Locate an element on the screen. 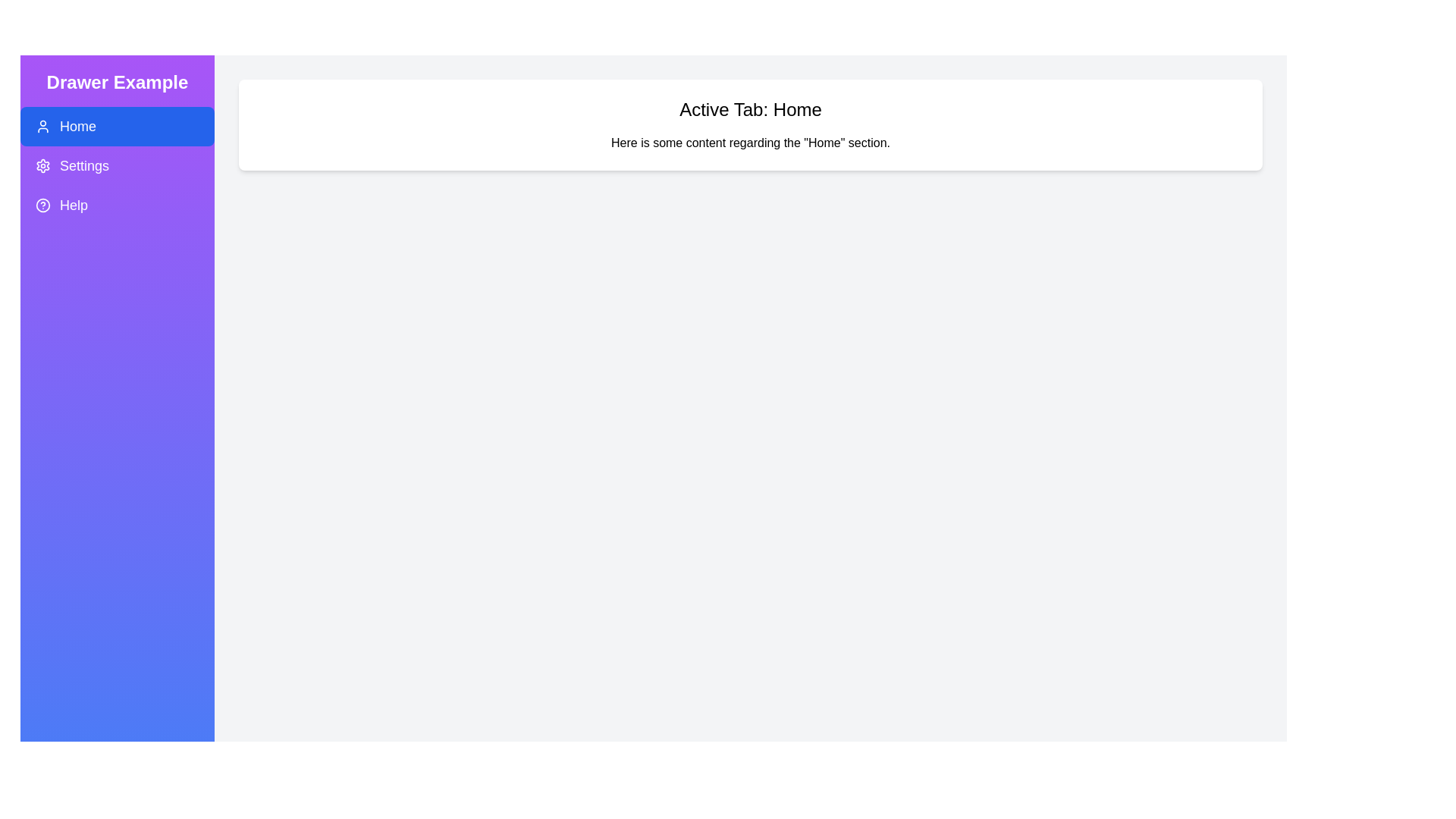  the menu item Settings in the drawer is located at coordinates (116, 166).